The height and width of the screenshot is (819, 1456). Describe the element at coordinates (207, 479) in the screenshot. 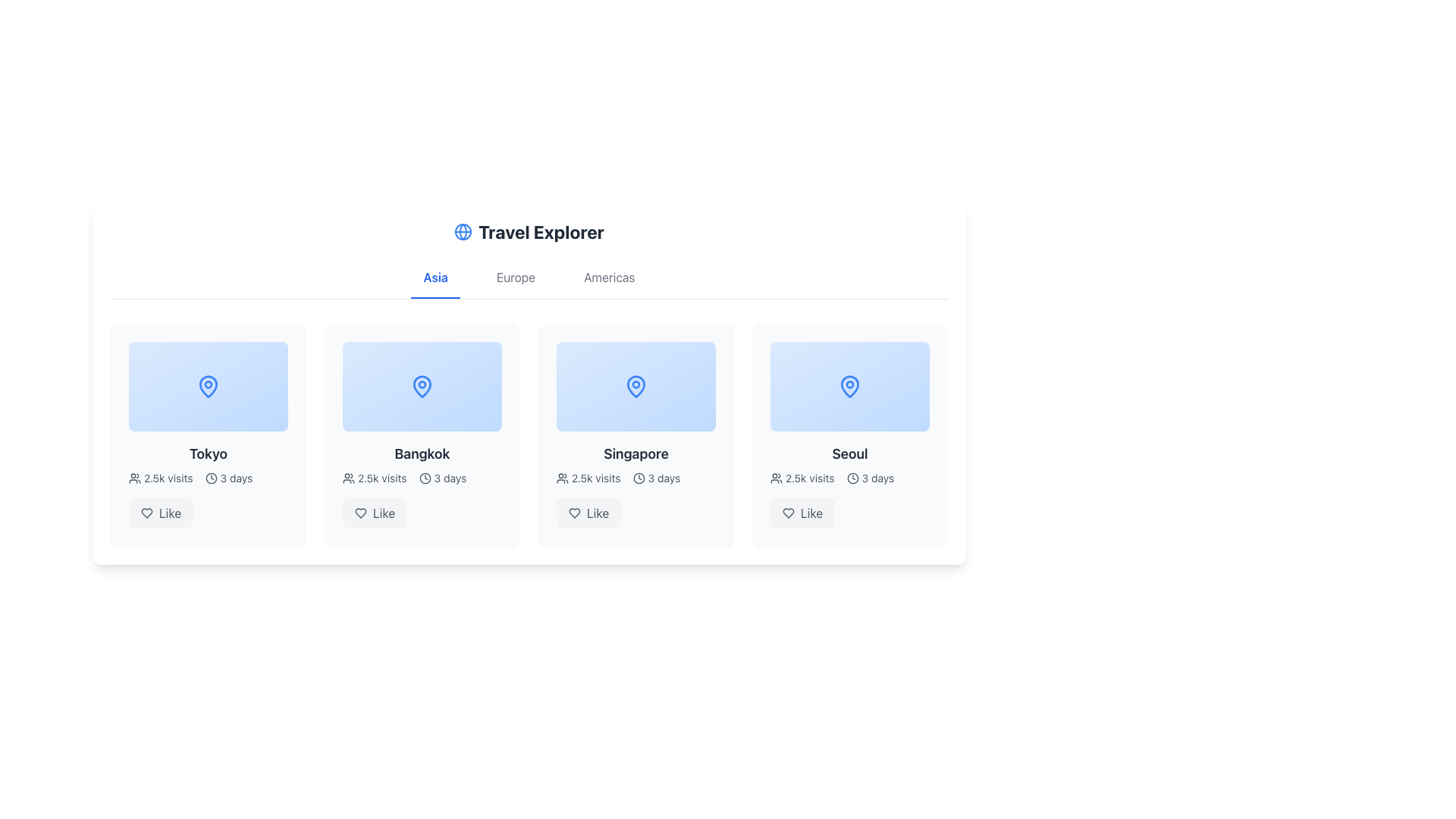

I see `the text with user and clock icons displaying '2.5k visits' and '3 days', which is located below the text 'Tokyo' and above the 'Like' button` at that location.